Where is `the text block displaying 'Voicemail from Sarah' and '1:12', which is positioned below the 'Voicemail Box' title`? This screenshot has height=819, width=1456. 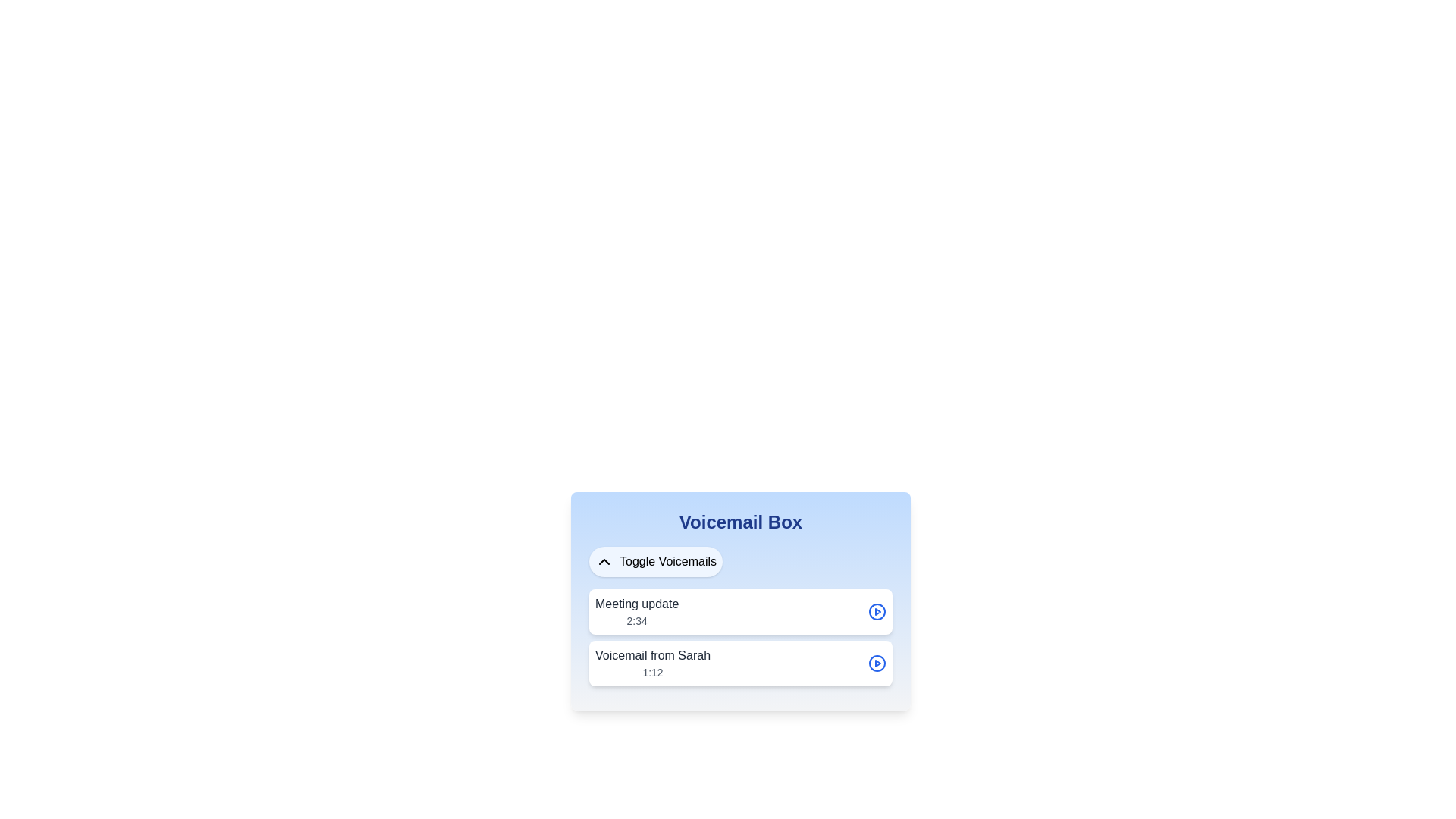 the text block displaying 'Voicemail from Sarah' and '1:12', which is positioned below the 'Voicemail Box' title is located at coordinates (653, 663).